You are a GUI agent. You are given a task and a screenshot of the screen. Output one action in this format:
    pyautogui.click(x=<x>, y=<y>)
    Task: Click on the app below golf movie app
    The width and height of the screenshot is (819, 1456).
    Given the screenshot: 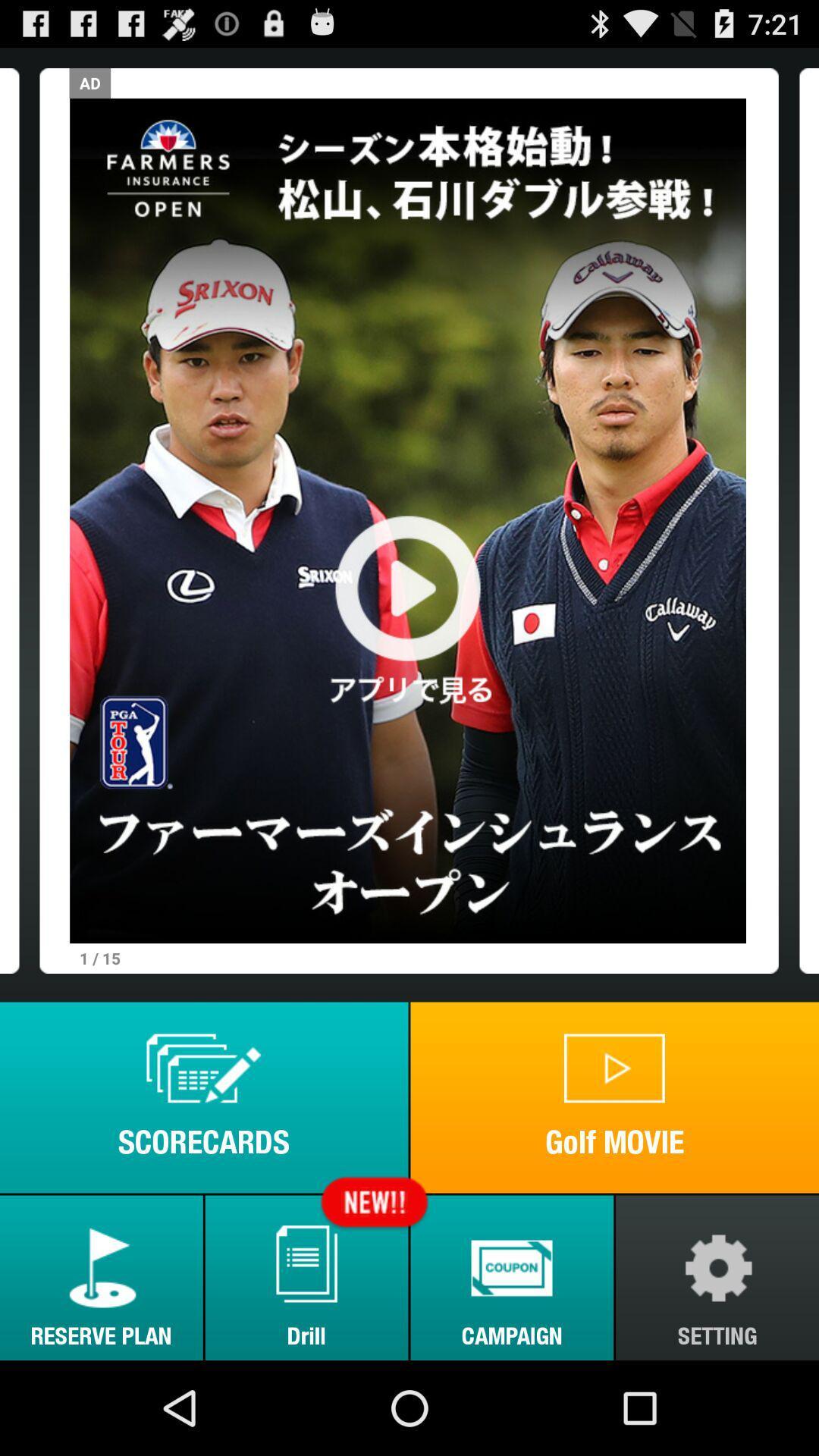 What is the action you would take?
    pyautogui.click(x=512, y=1277)
    